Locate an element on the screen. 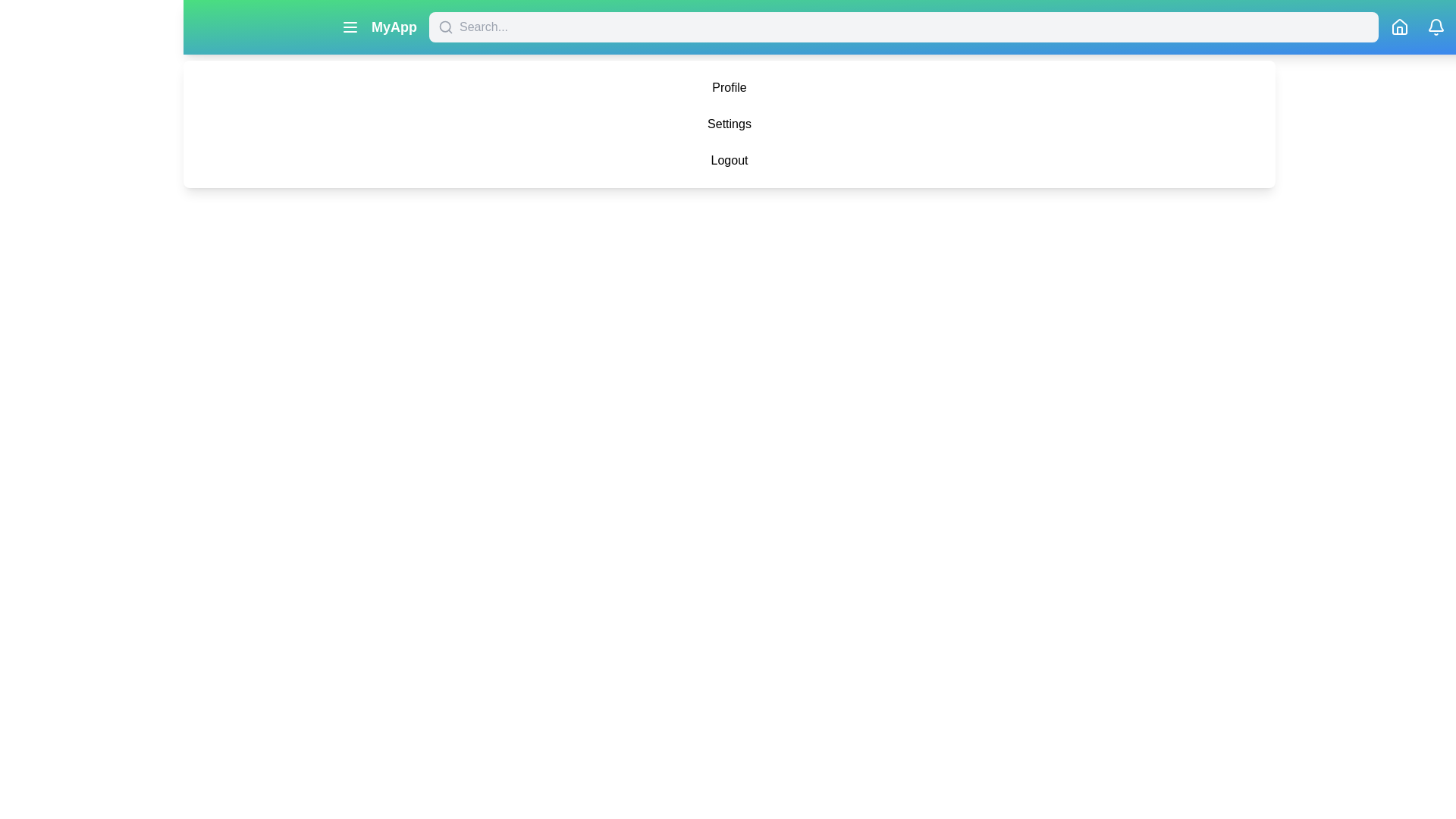 The height and width of the screenshot is (819, 1456). the 'MyApp' text label, which is a bold white logo on a gradient green-blue background, positioned to the right of a menu icon and to the left of a search bar in the header is located at coordinates (394, 27).